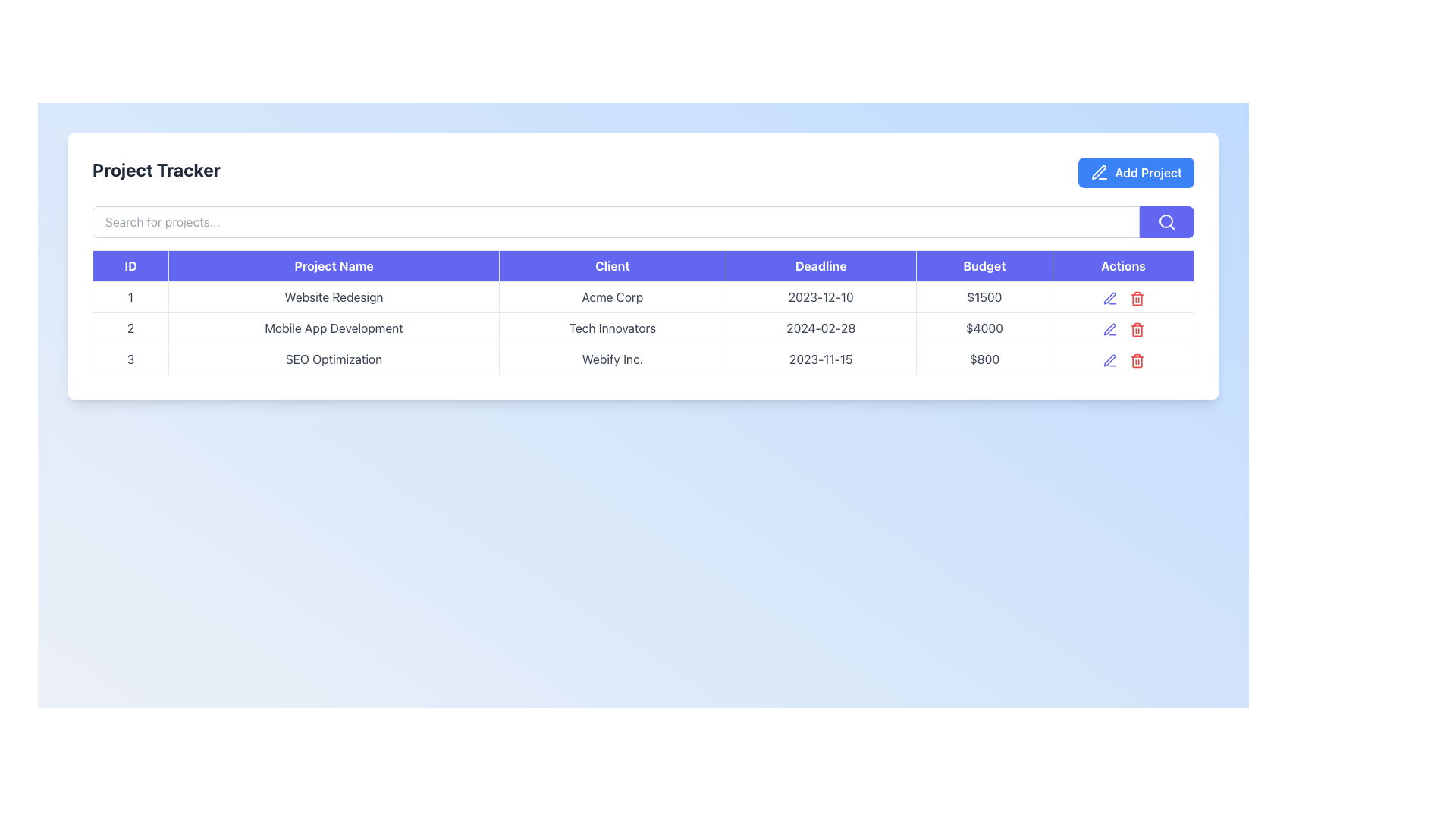  Describe the element at coordinates (820, 265) in the screenshot. I see `the Table Header indicating deadlines, which is located between the 'Client' and 'Budget' columns in the upper-middle region of the table` at that location.